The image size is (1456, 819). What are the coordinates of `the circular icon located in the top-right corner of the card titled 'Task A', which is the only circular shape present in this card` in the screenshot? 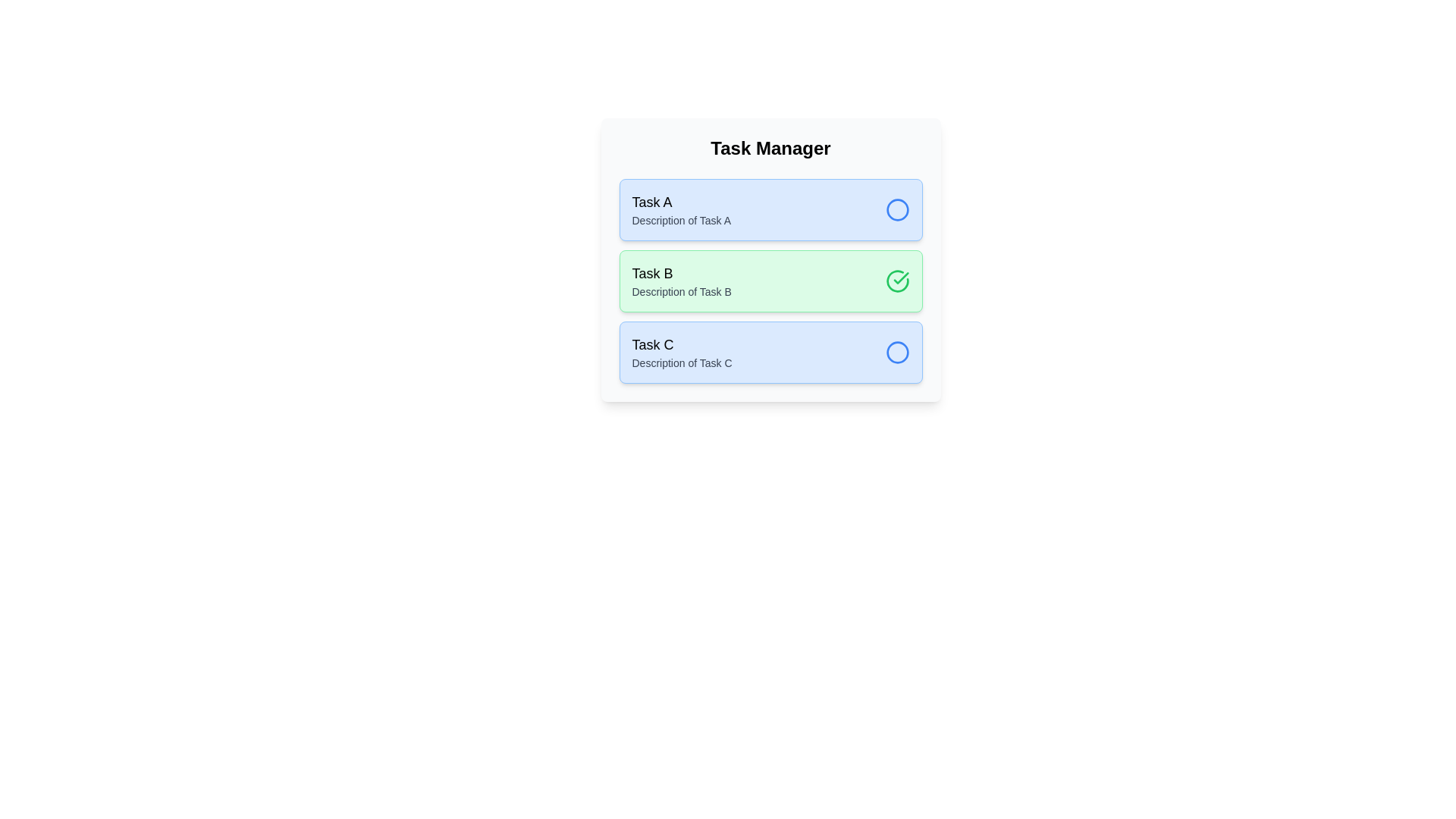 It's located at (897, 353).